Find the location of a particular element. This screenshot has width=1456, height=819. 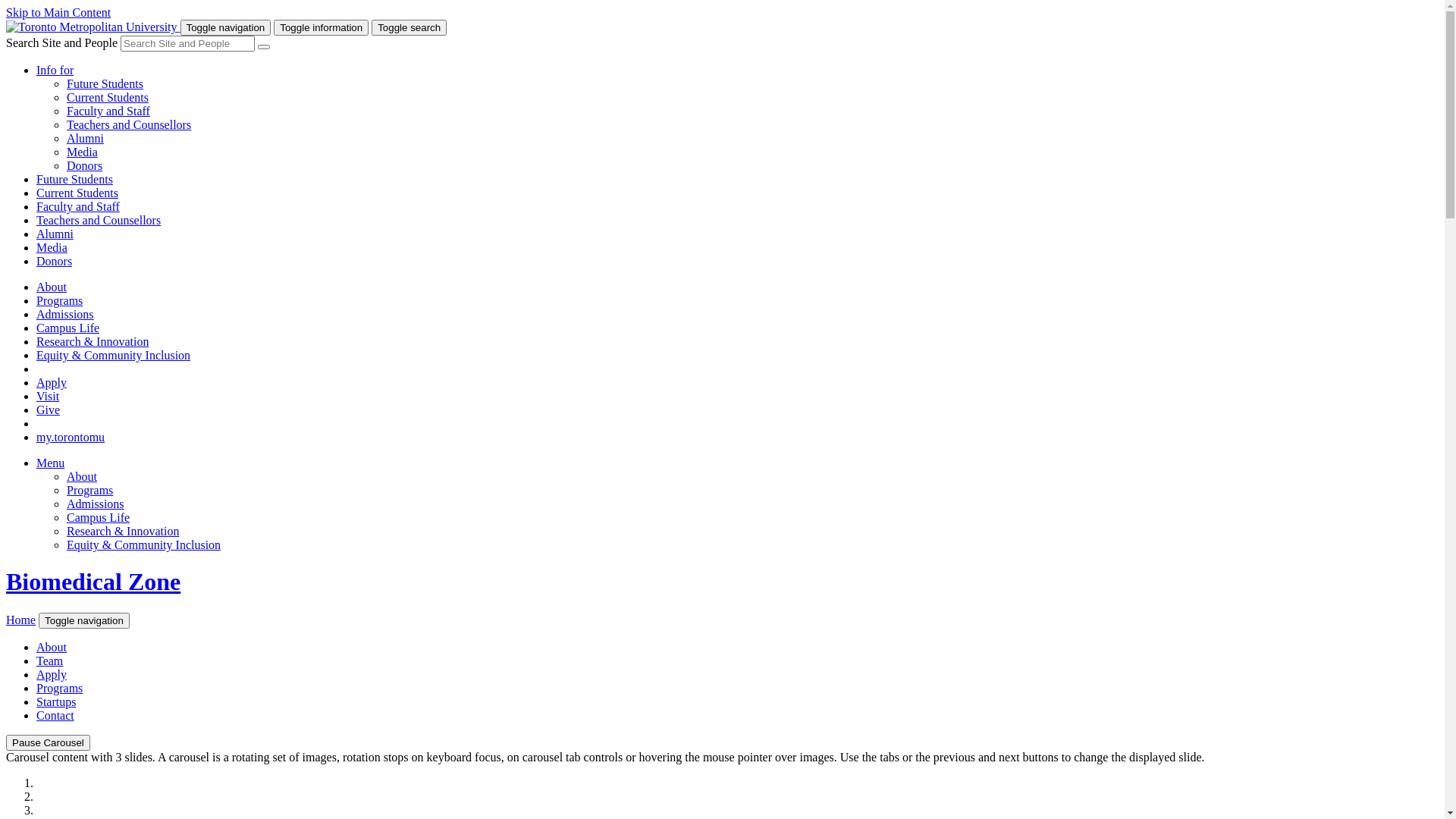

'Alumni' is located at coordinates (84, 138).